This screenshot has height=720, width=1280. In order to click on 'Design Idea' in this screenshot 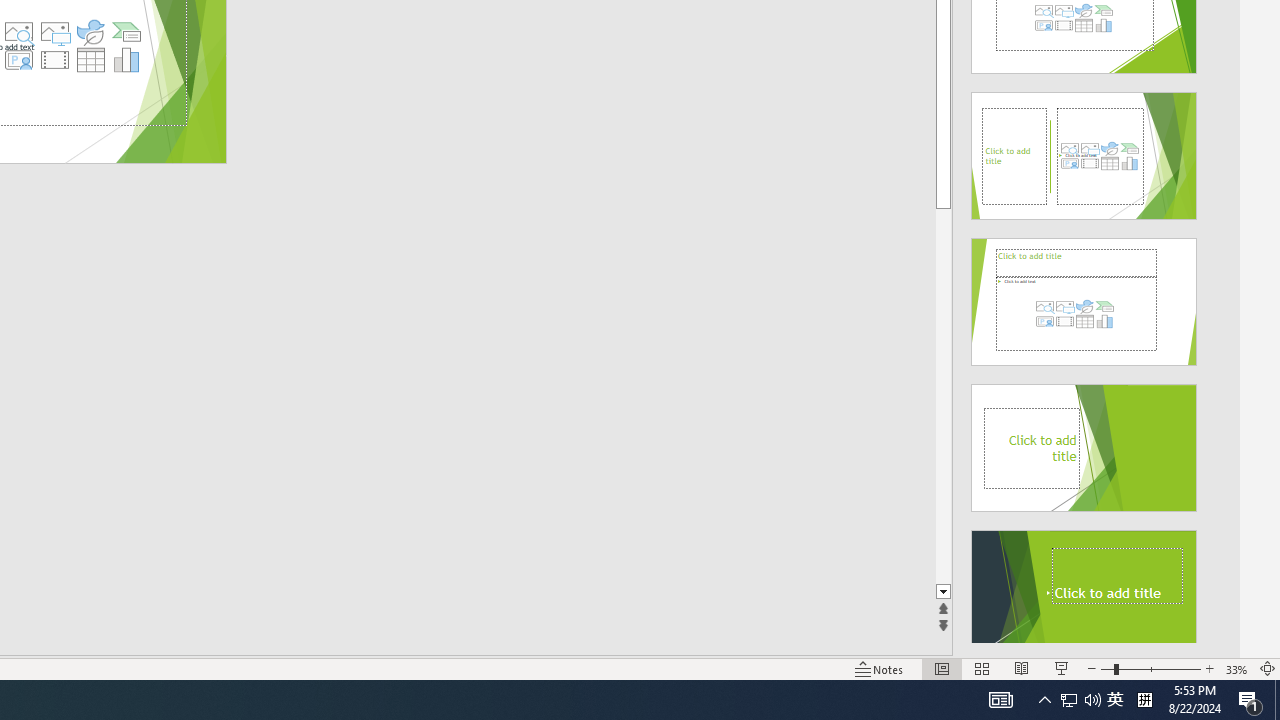, I will do `click(1083, 586)`.